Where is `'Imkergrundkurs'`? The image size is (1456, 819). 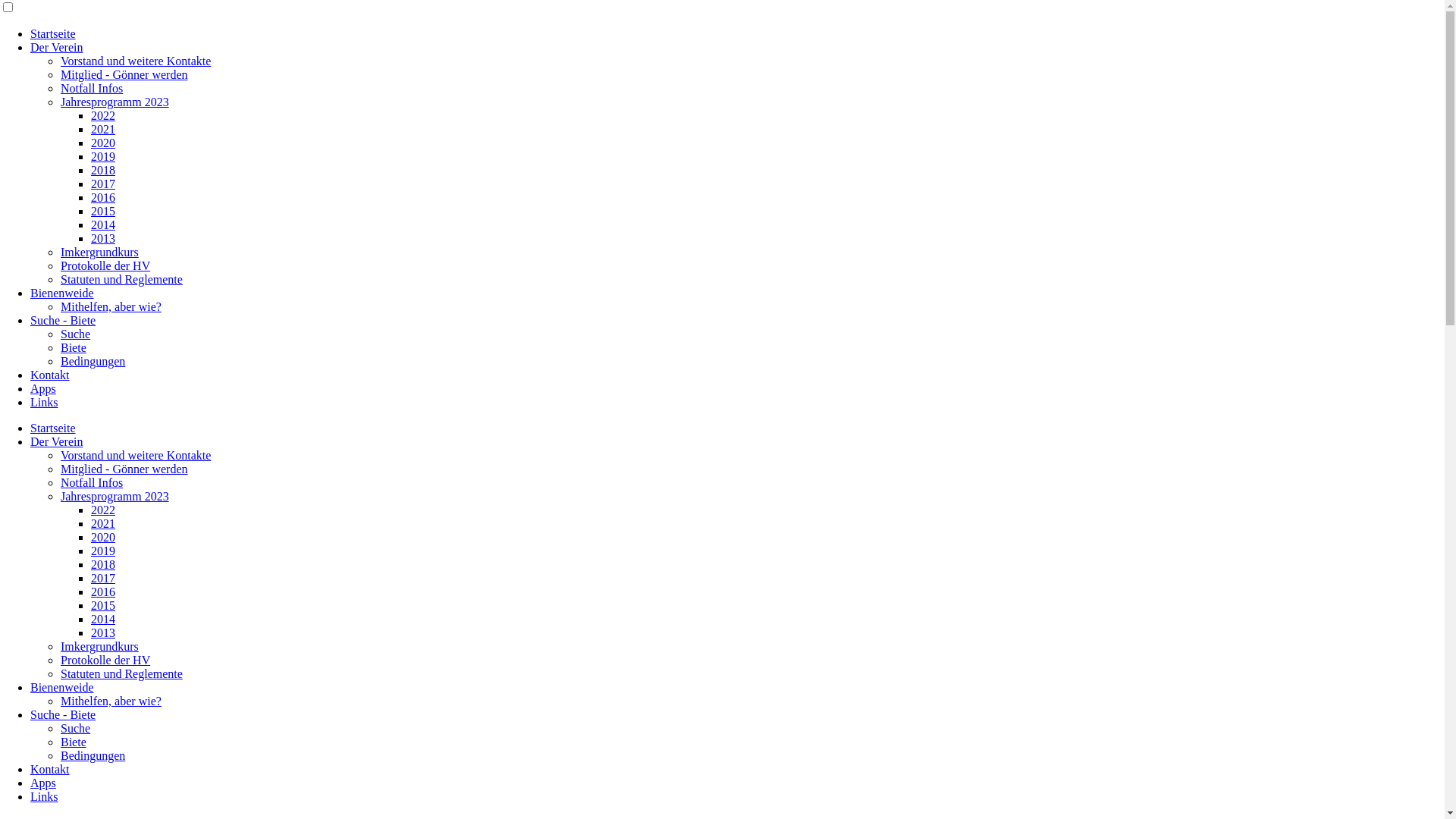
'Imkergrundkurs' is located at coordinates (61, 646).